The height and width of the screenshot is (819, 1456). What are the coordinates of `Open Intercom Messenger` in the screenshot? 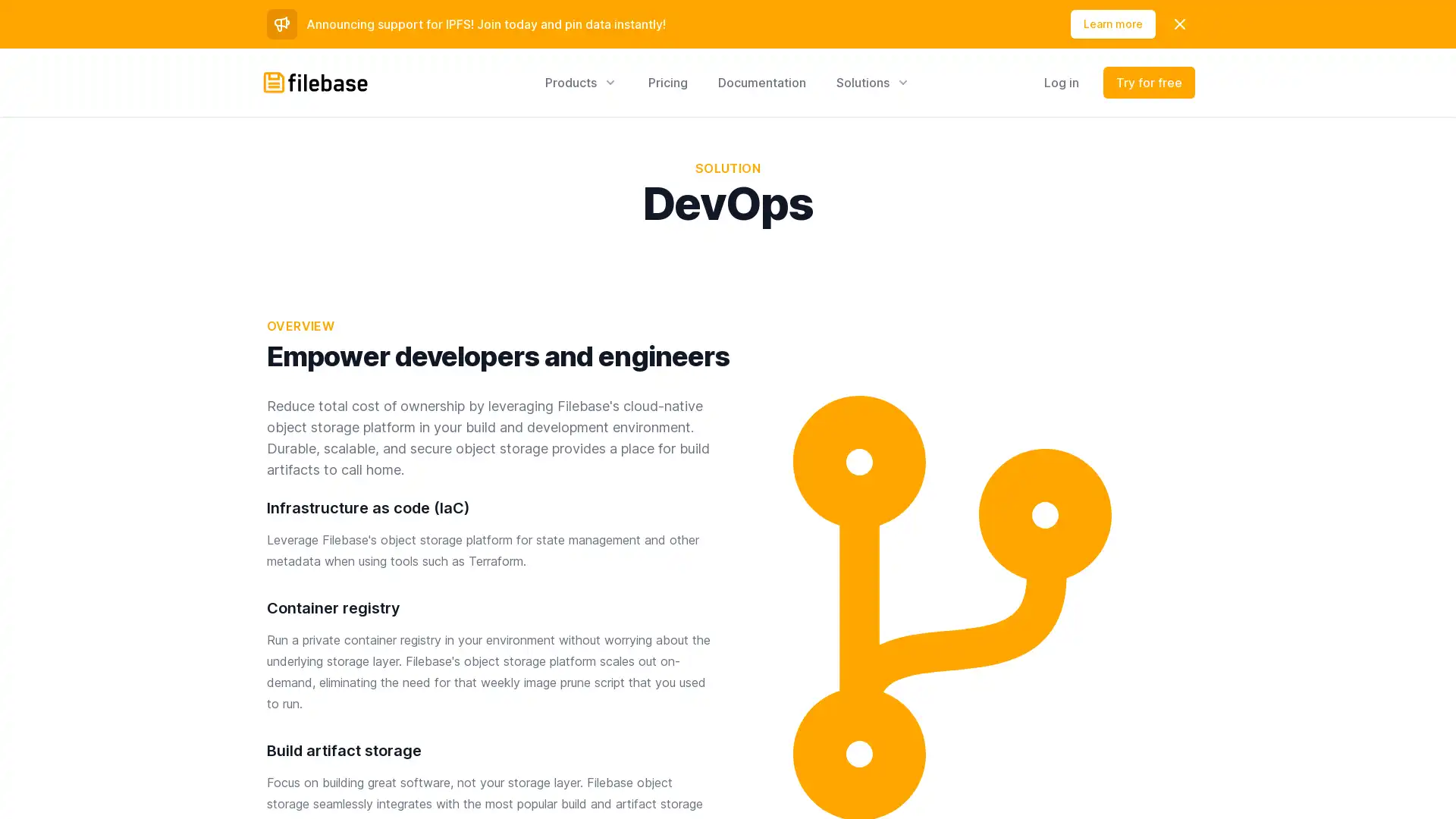 It's located at (1417, 780).